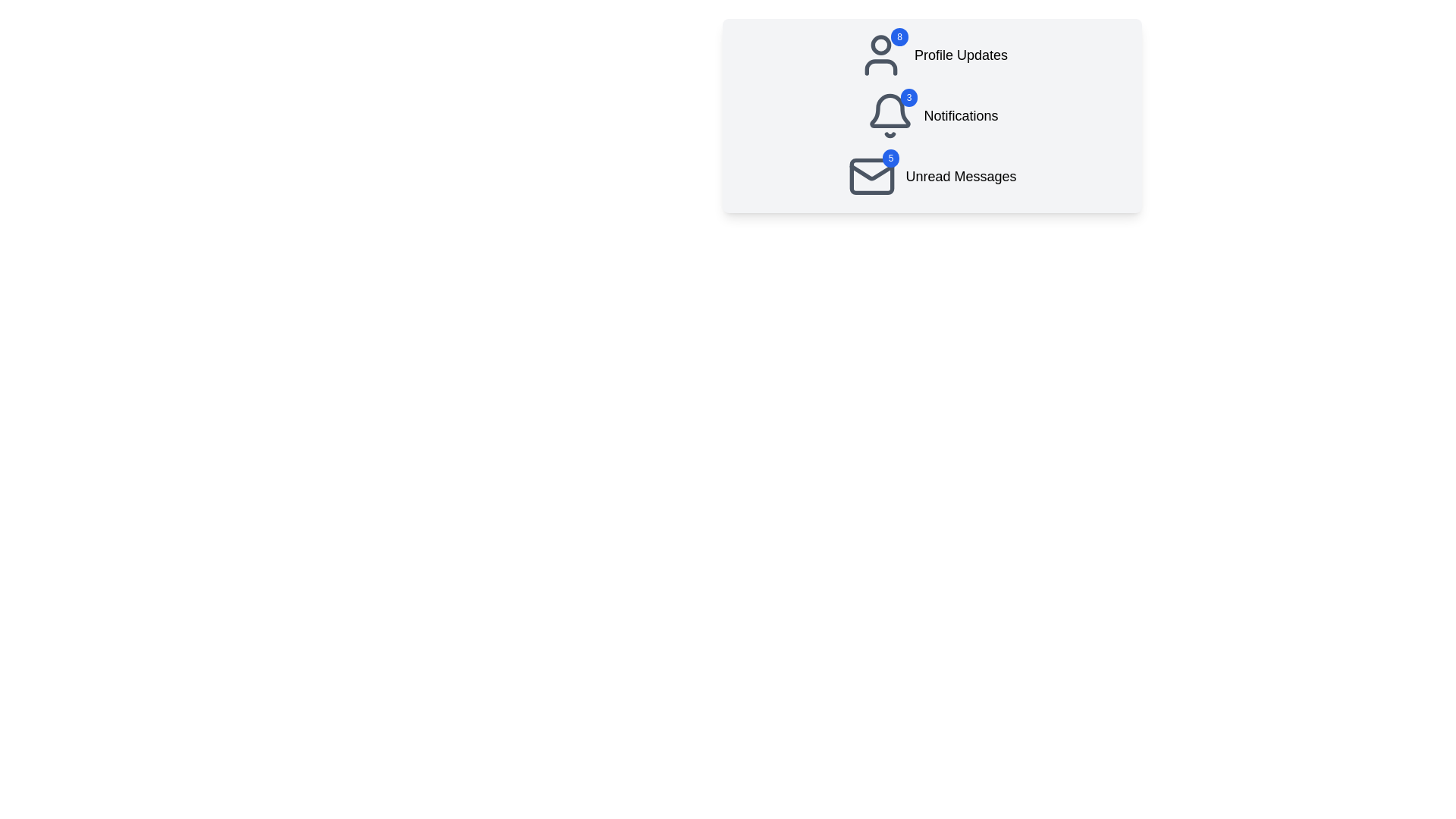 The width and height of the screenshot is (1456, 819). Describe the element at coordinates (872, 175) in the screenshot. I see `the envelope icon with a blue badge showing '5'` at that location.